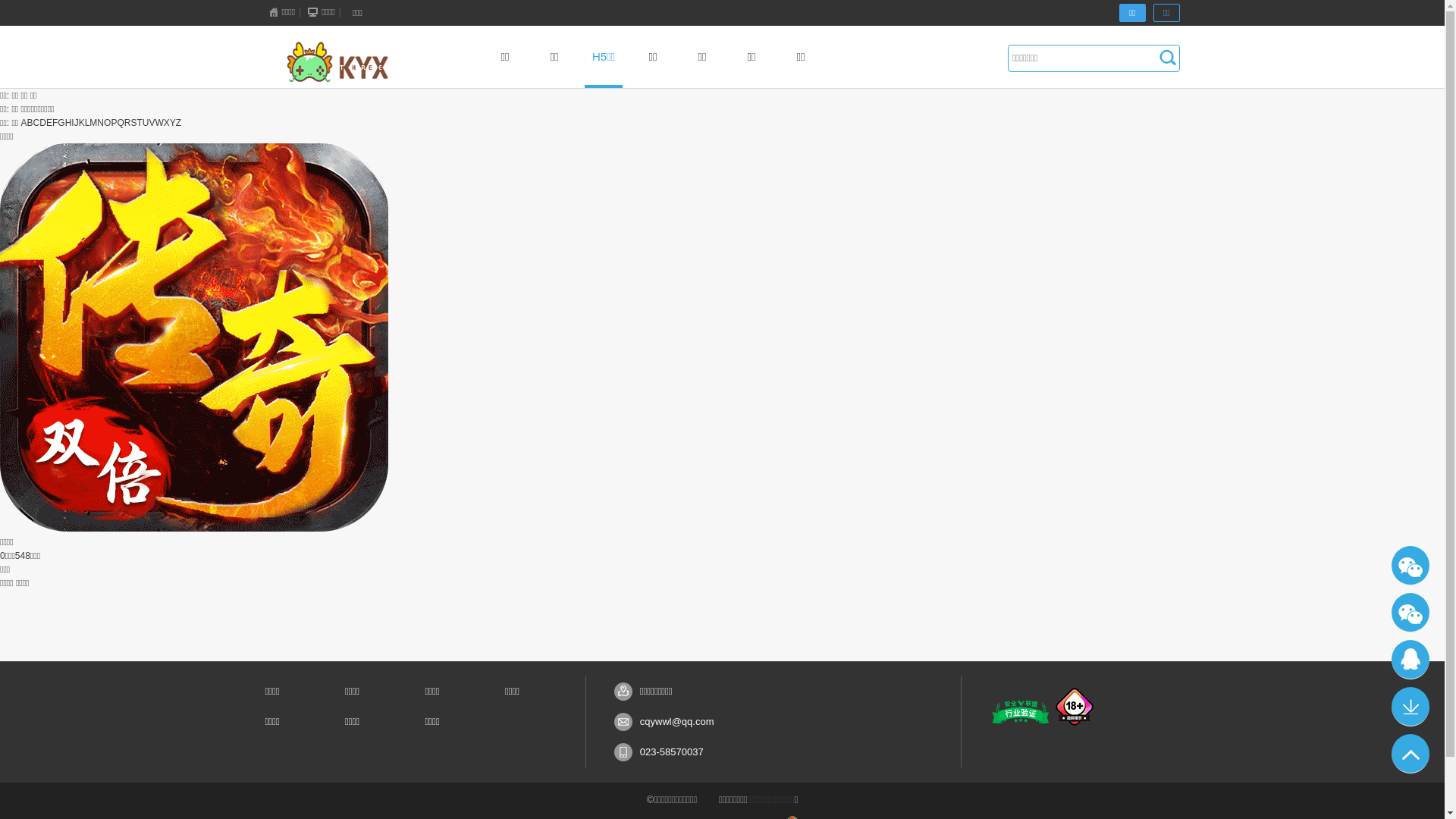 Image resolution: width=1456 pixels, height=819 pixels. What do you see at coordinates (130, 122) in the screenshot?
I see `'S'` at bounding box center [130, 122].